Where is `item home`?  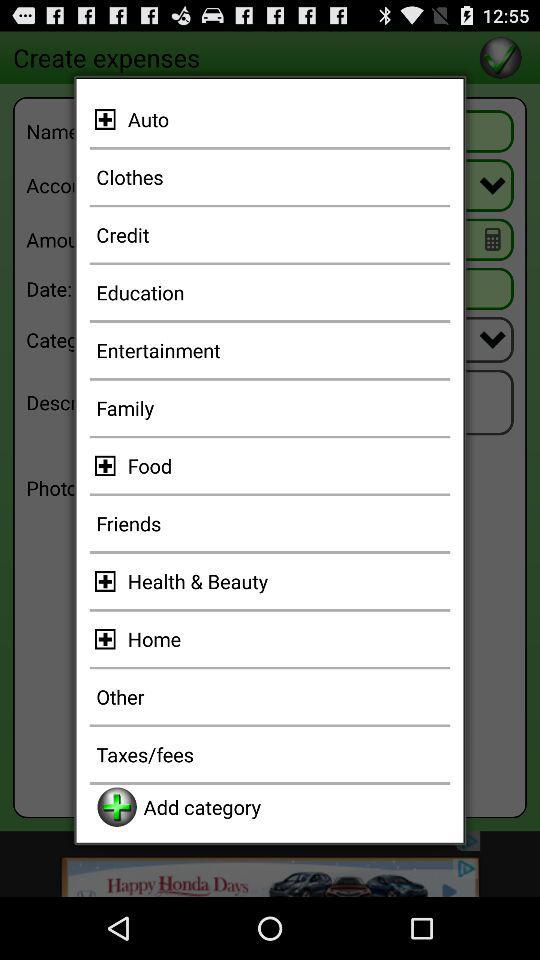 item home is located at coordinates (108, 638).